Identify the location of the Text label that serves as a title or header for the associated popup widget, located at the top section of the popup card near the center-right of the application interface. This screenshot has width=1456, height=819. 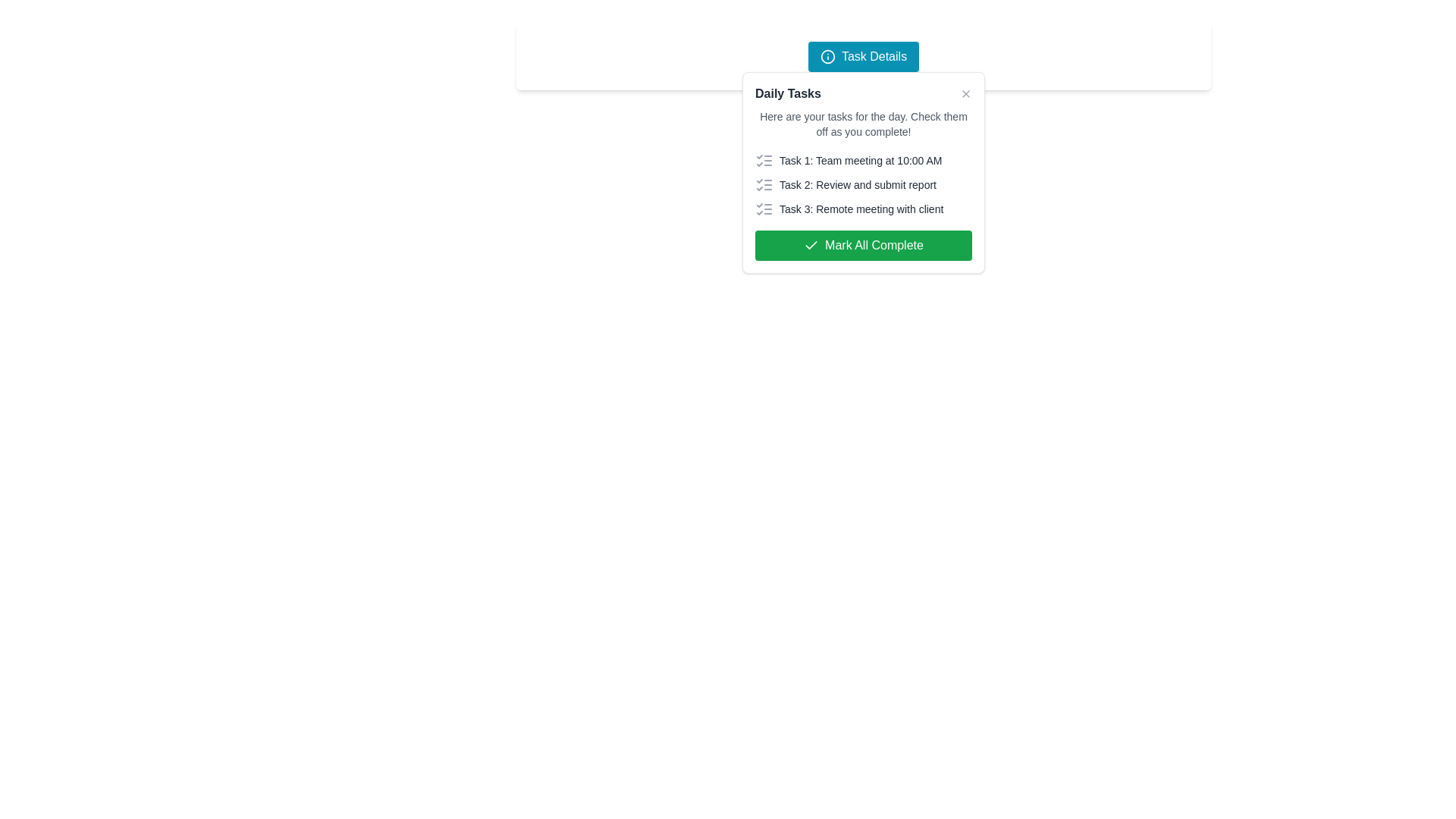
(788, 93).